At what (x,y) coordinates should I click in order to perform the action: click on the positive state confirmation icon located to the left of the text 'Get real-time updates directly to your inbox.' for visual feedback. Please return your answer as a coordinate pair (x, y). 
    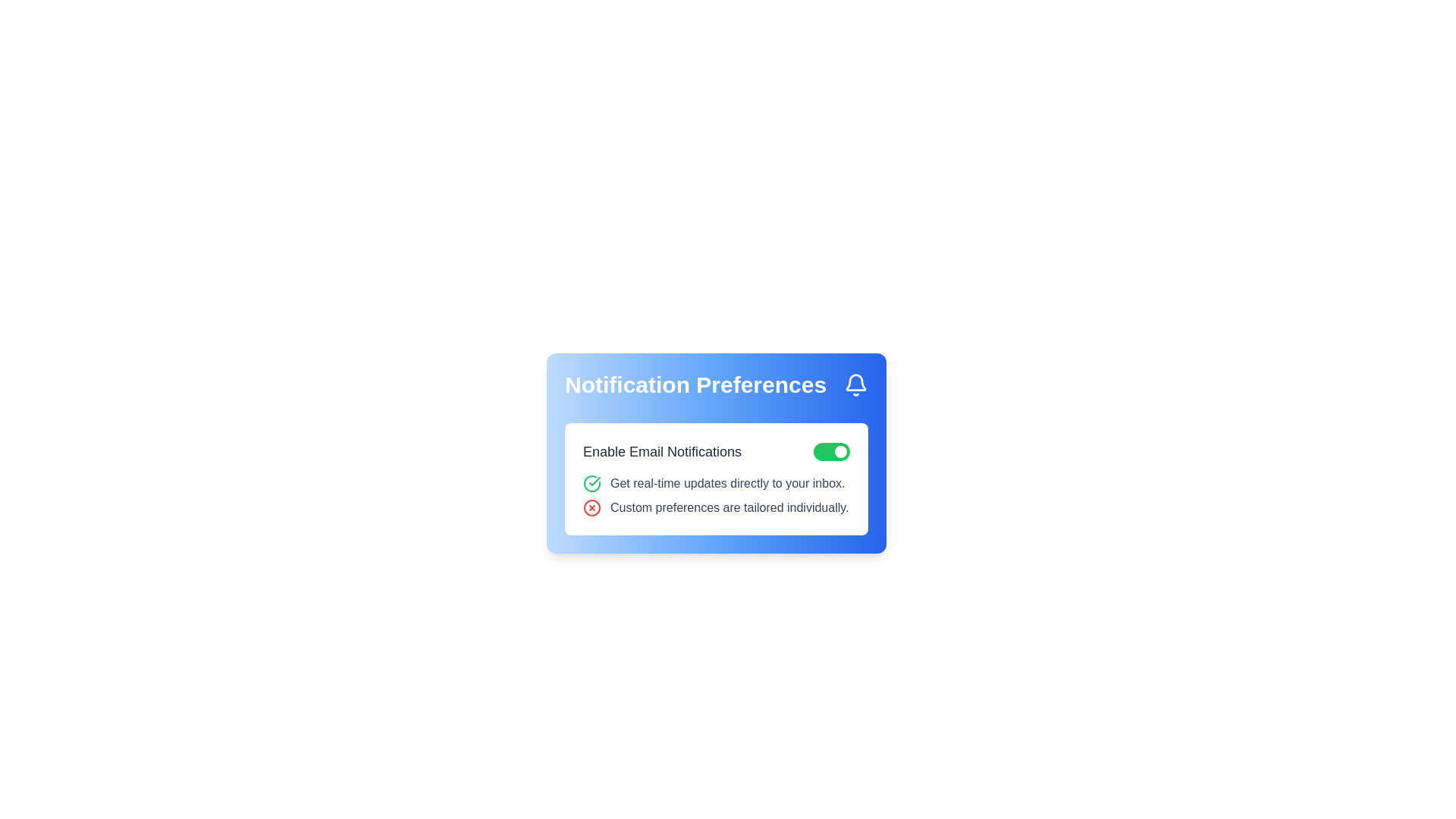
    Looking at the image, I should click on (591, 483).